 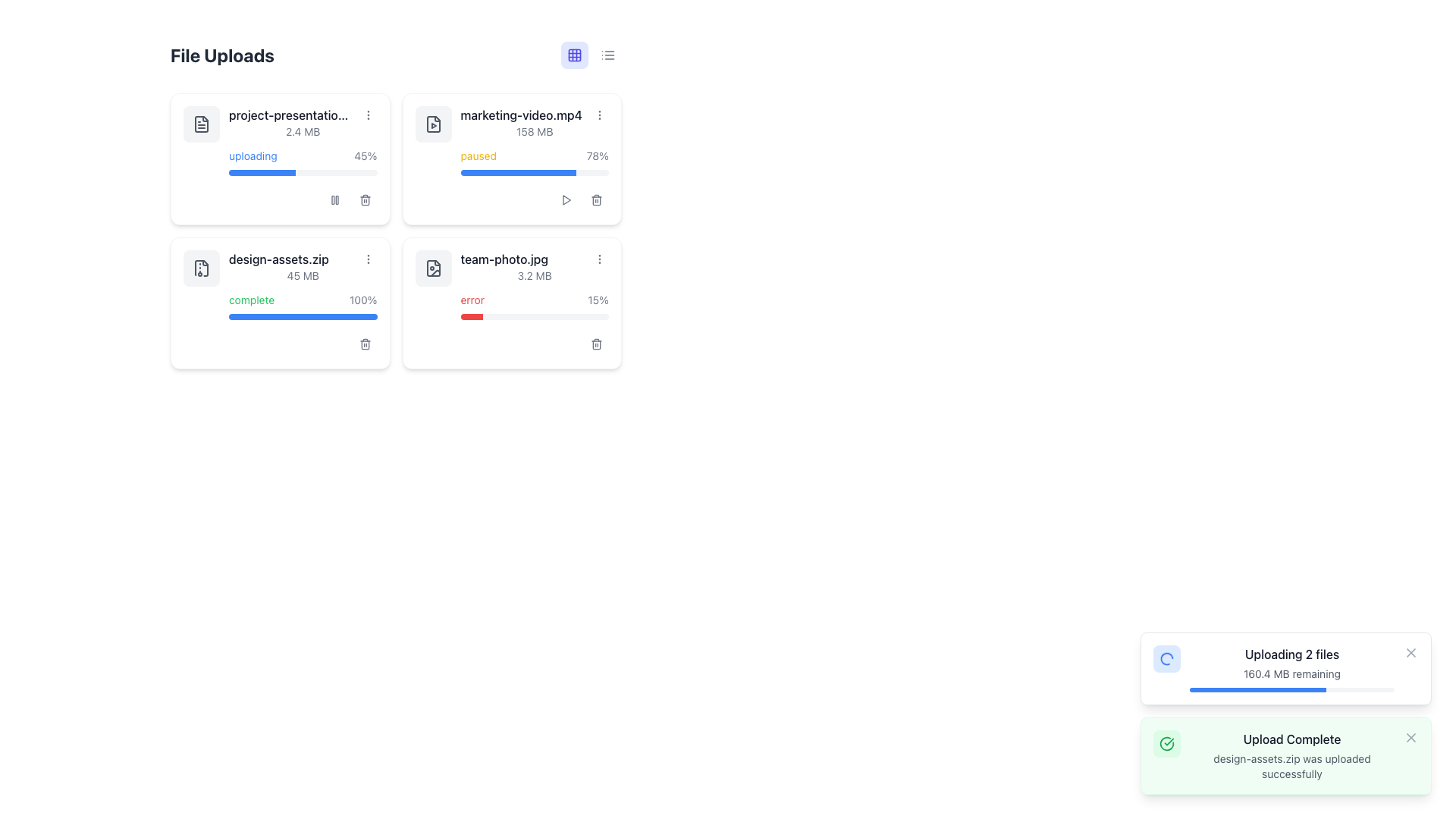 What do you see at coordinates (566, 199) in the screenshot?
I see `the circular icon button located at the top-right section of the card representing the file 'marketing-video.mp4'` at bounding box center [566, 199].